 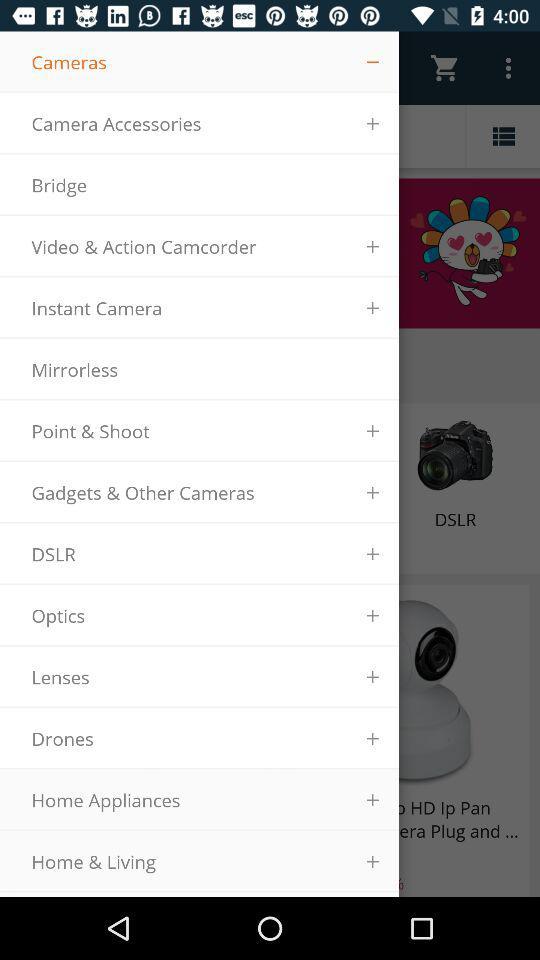 I want to click on the list icon, so click(x=502, y=135).